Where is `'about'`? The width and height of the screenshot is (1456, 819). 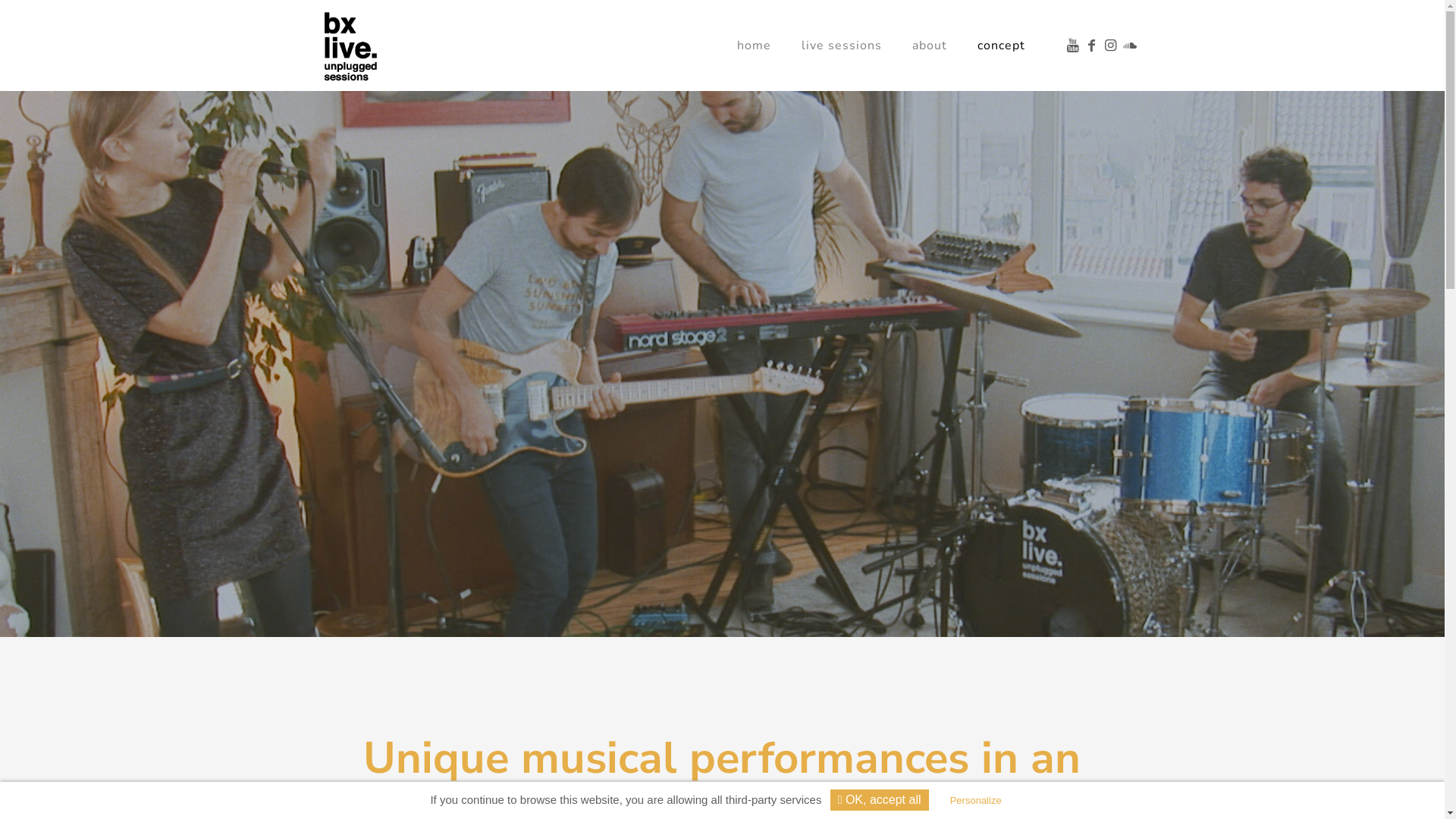
'about' is located at coordinates (928, 45).